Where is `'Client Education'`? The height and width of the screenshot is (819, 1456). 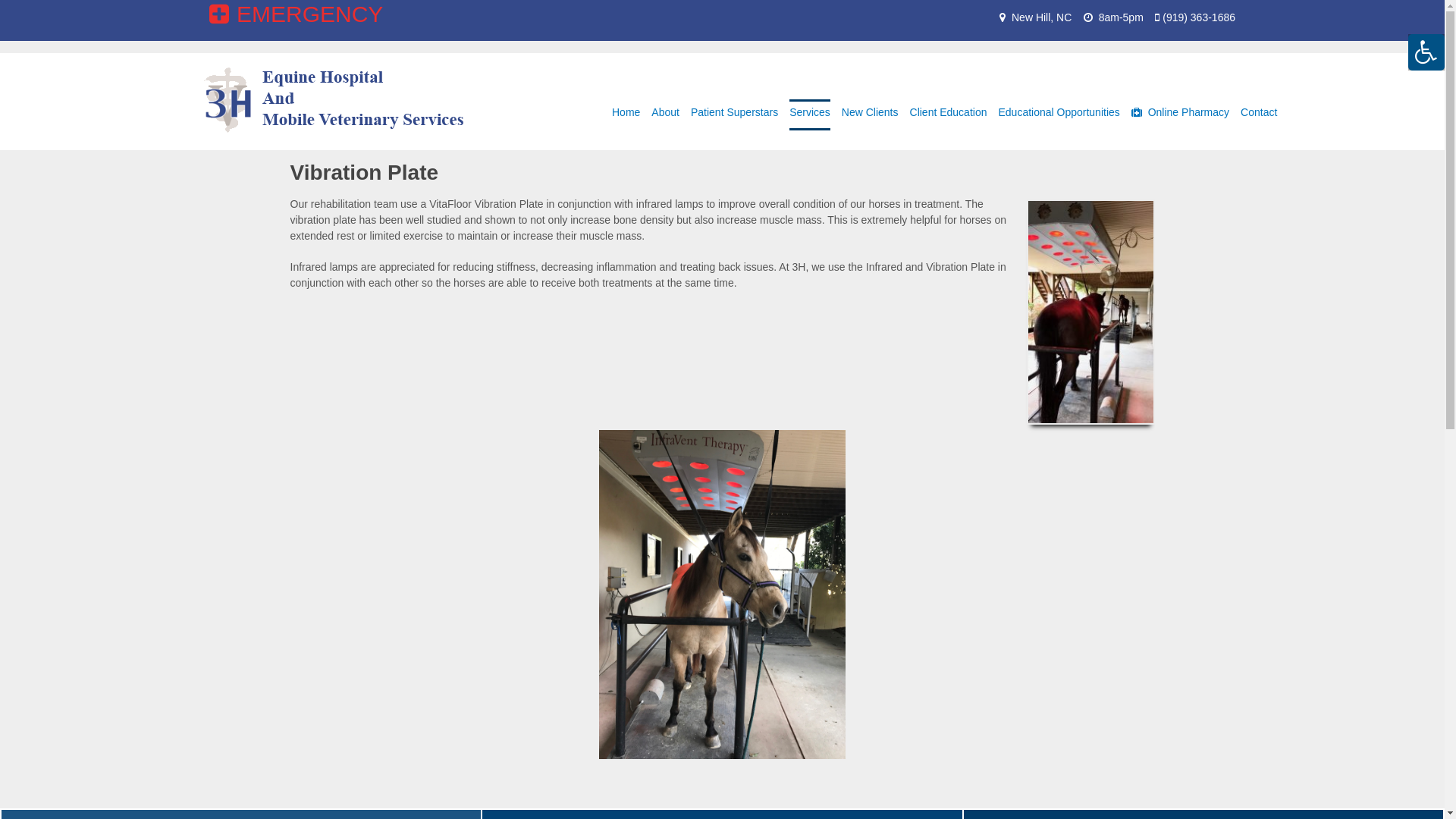
'Client Education' is located at coordinates (948, 118).